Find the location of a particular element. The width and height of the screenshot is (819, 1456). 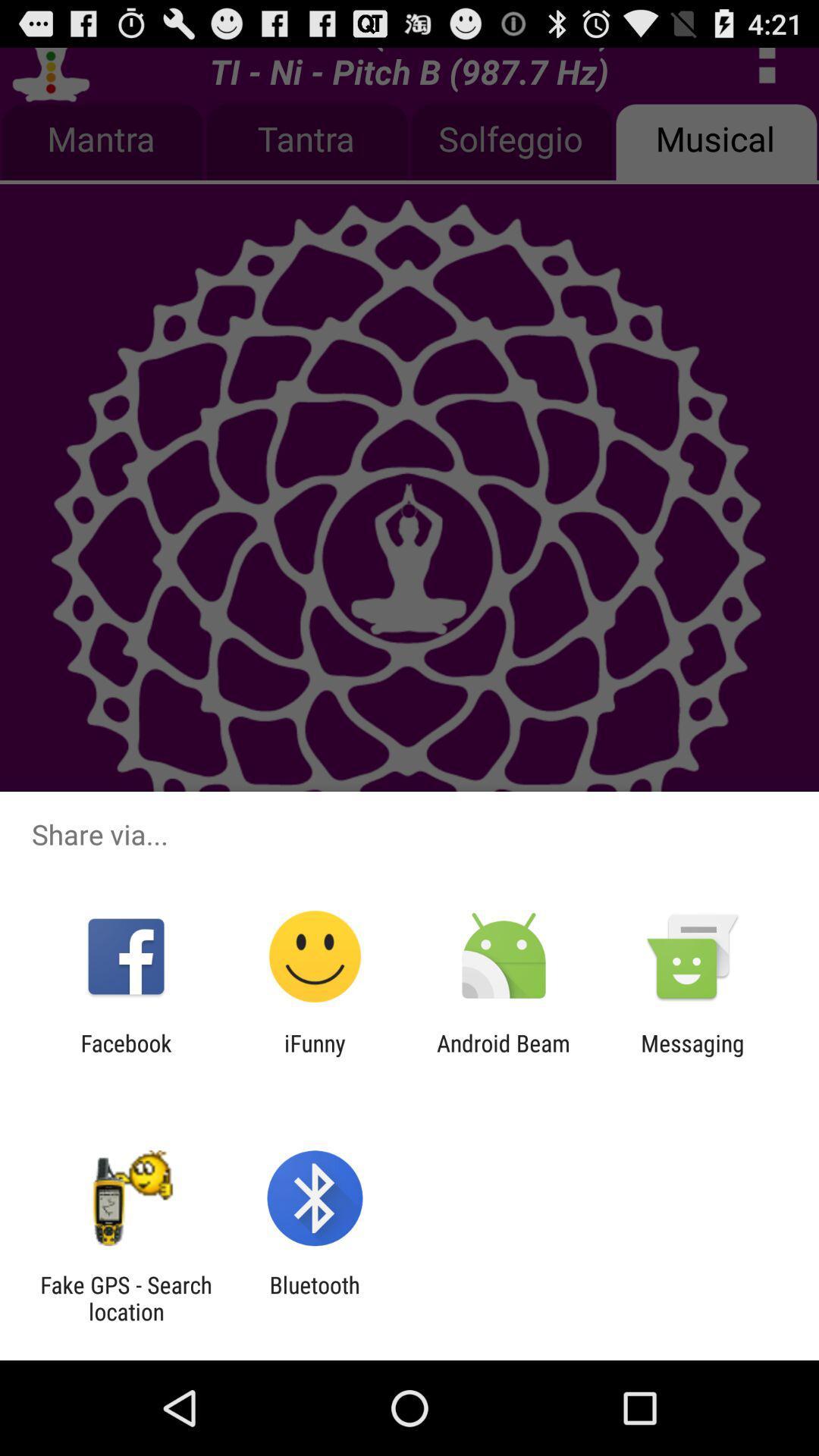

the bluetooth app is located at coordinates (314, 1298).